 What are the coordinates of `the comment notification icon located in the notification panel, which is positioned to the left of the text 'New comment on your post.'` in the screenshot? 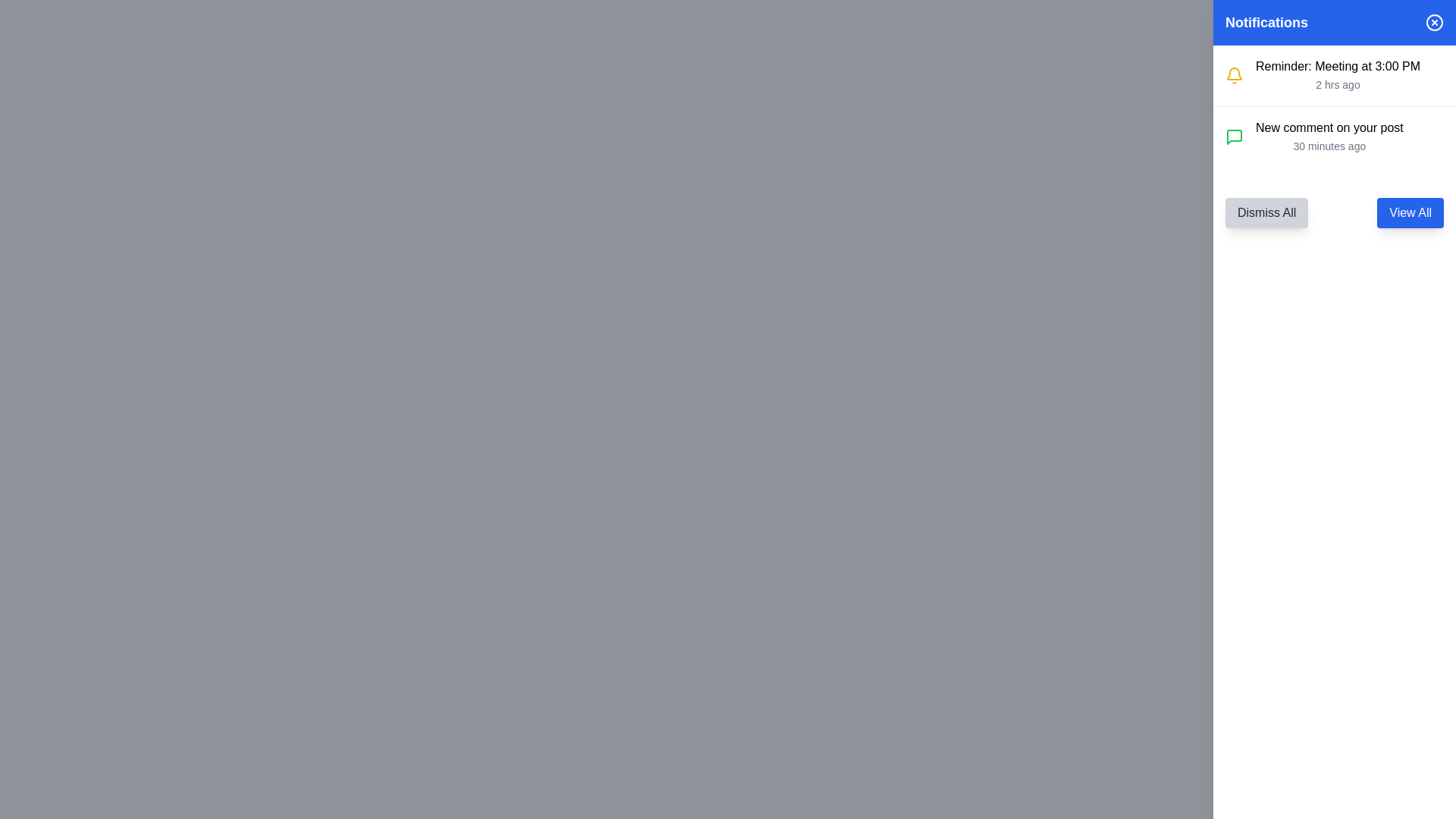 It's located at (1234, 137).